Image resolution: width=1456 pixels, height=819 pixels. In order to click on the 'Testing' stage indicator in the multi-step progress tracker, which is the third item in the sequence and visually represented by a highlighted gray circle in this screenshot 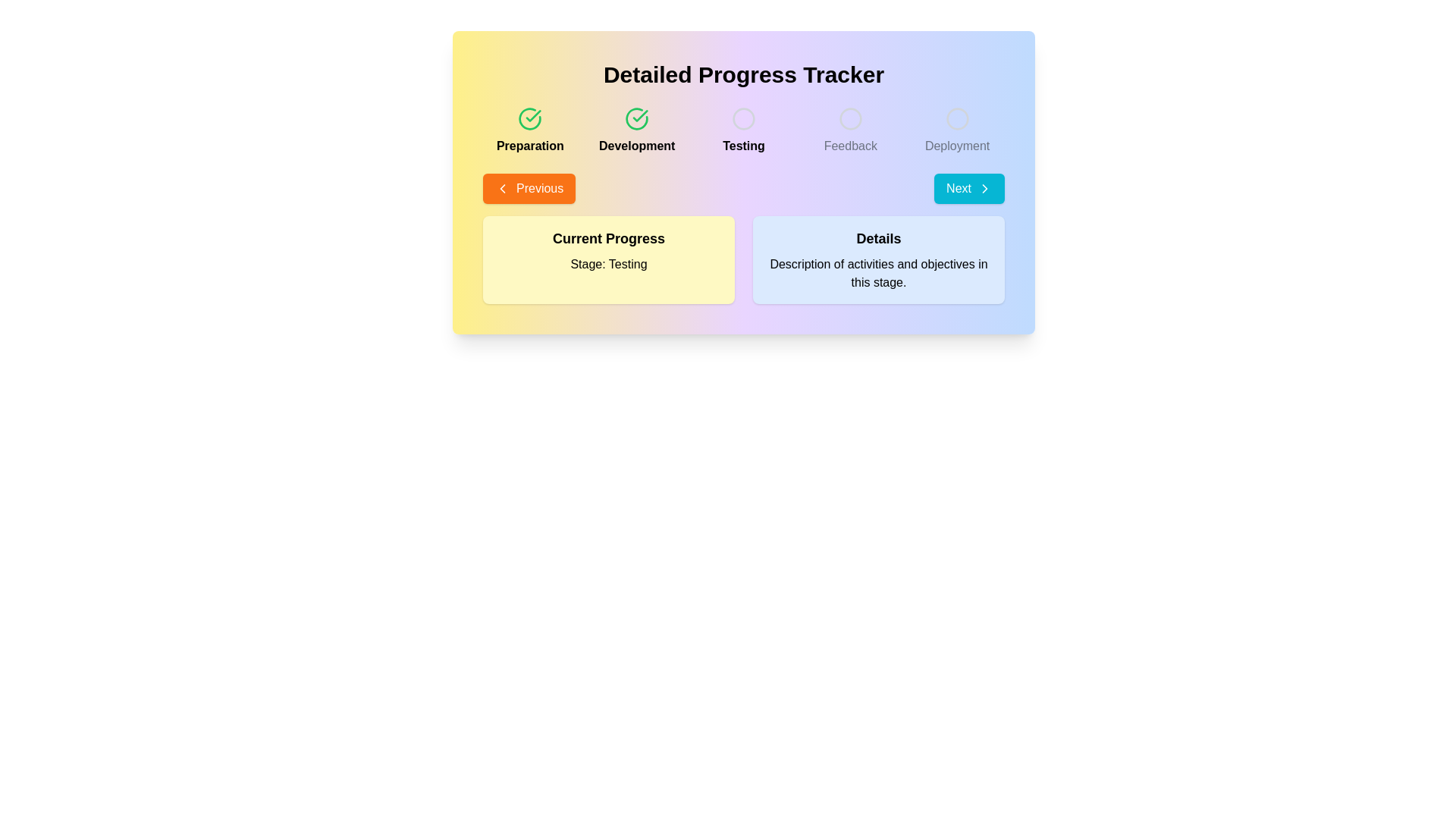, I will do `click(743, 130)`.